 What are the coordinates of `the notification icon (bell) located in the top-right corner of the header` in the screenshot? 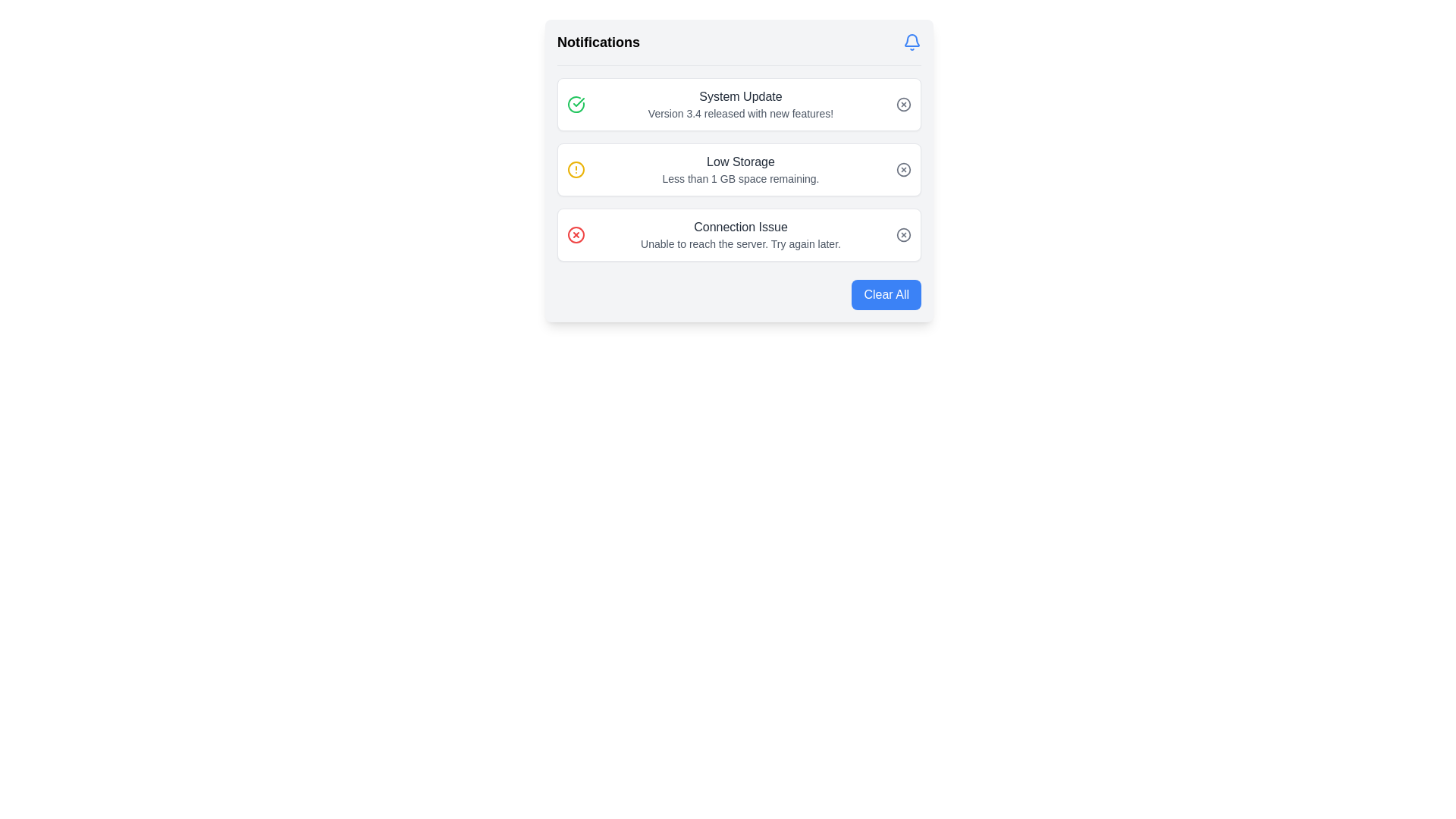 It's located at (912, 42).